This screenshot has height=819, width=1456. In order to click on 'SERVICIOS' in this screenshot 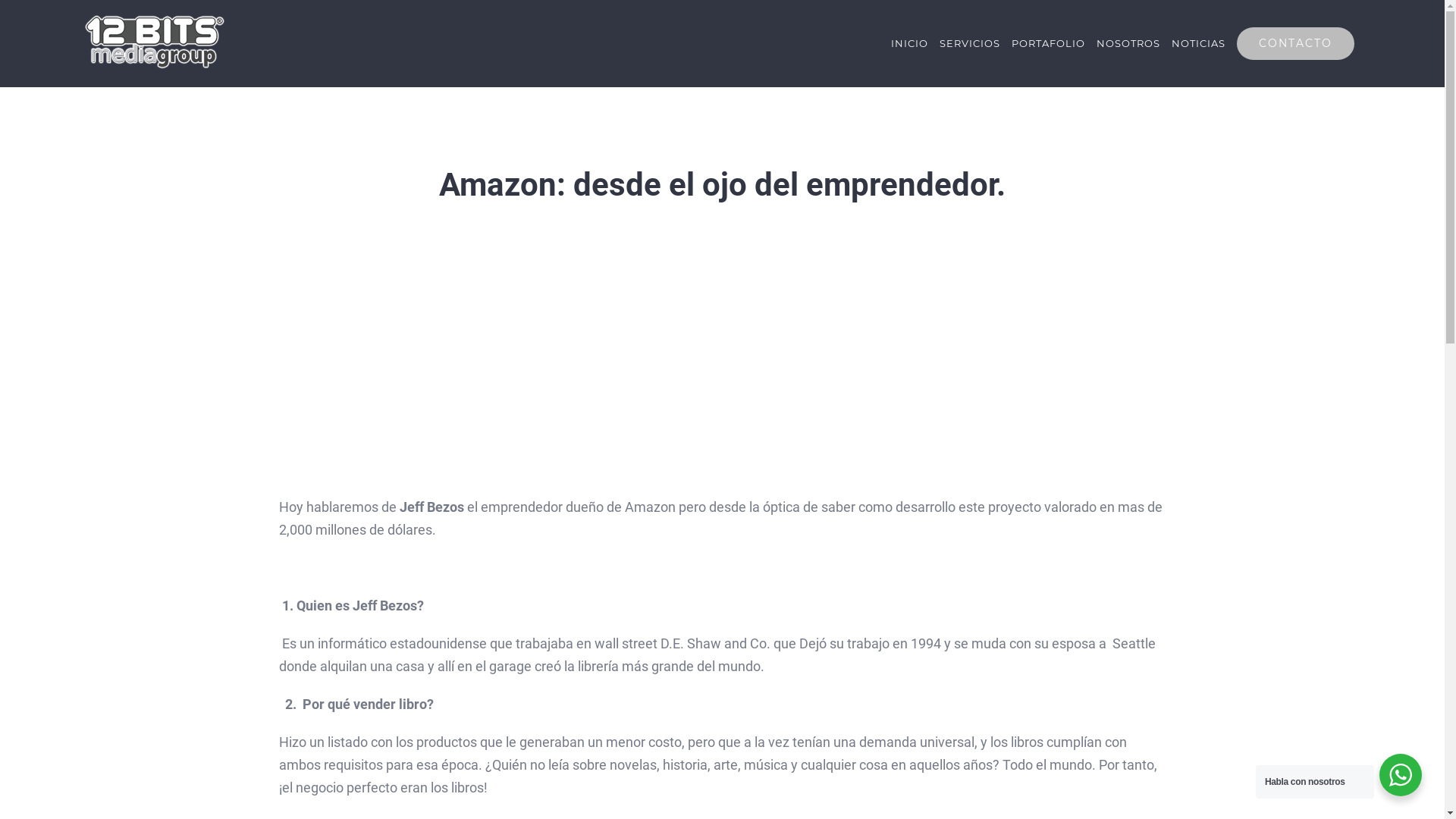, I will do `click(968, 42)`.